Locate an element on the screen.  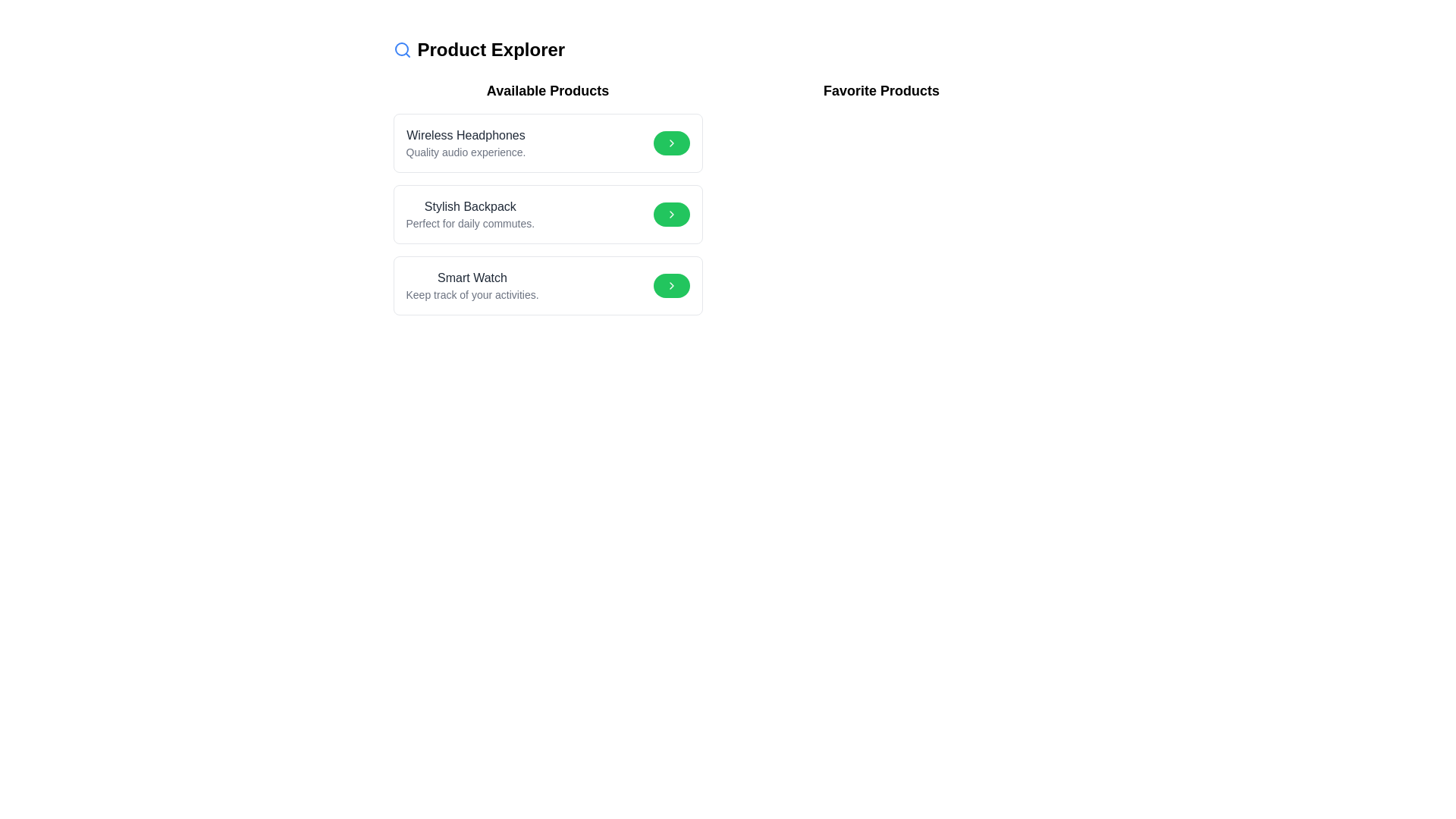
the 'Smart Watch' text label located in the 'Available Products' section of the 'Product Explorer' interface, which is styled in dark gray and is the topmost line above the text 'Keep track of your activities.' is located at coordinates (472, 278).